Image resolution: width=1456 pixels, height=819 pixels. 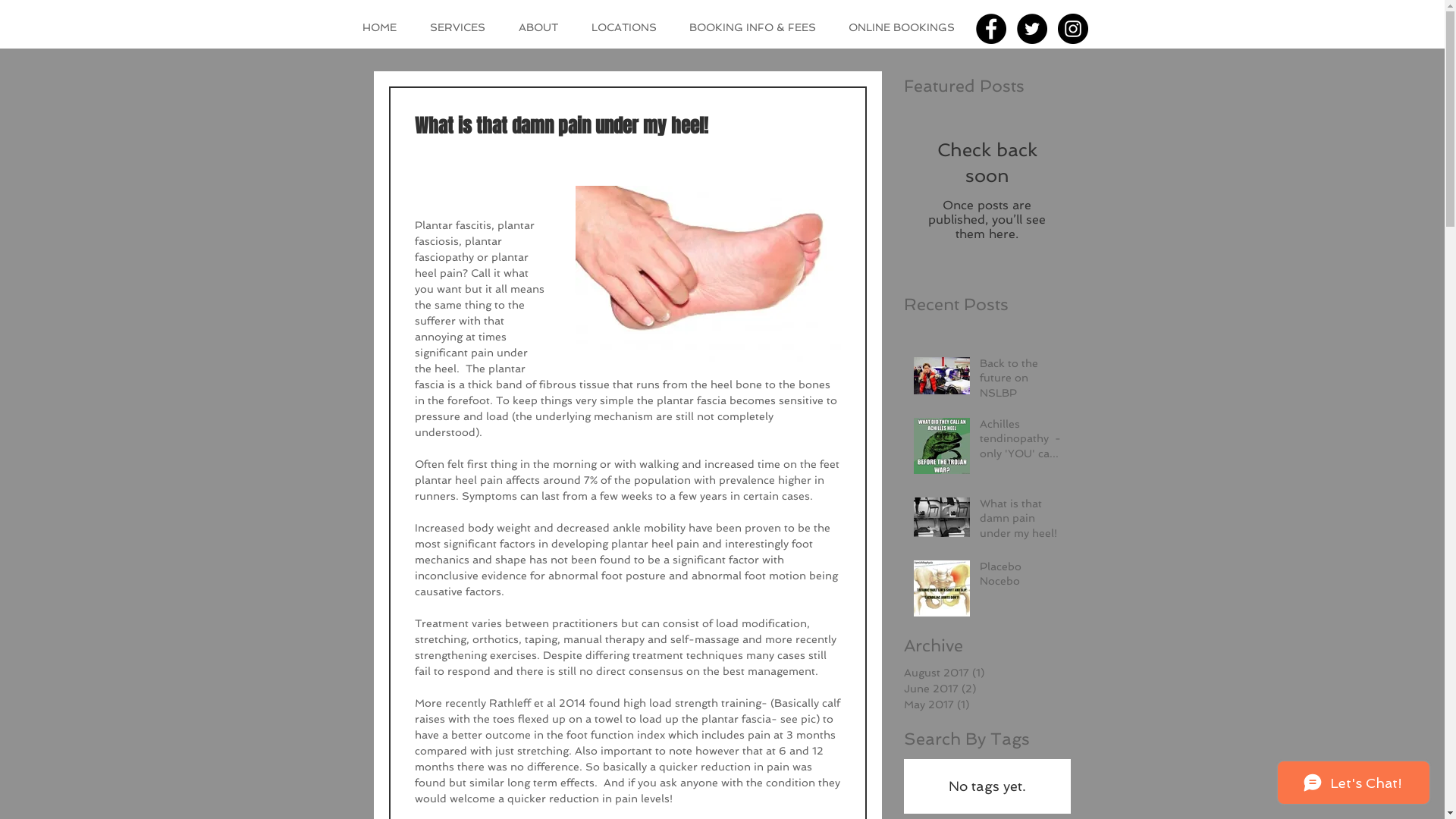 I want to click on 'Back to the future on NSLBP', so click(x=1020, y=381).